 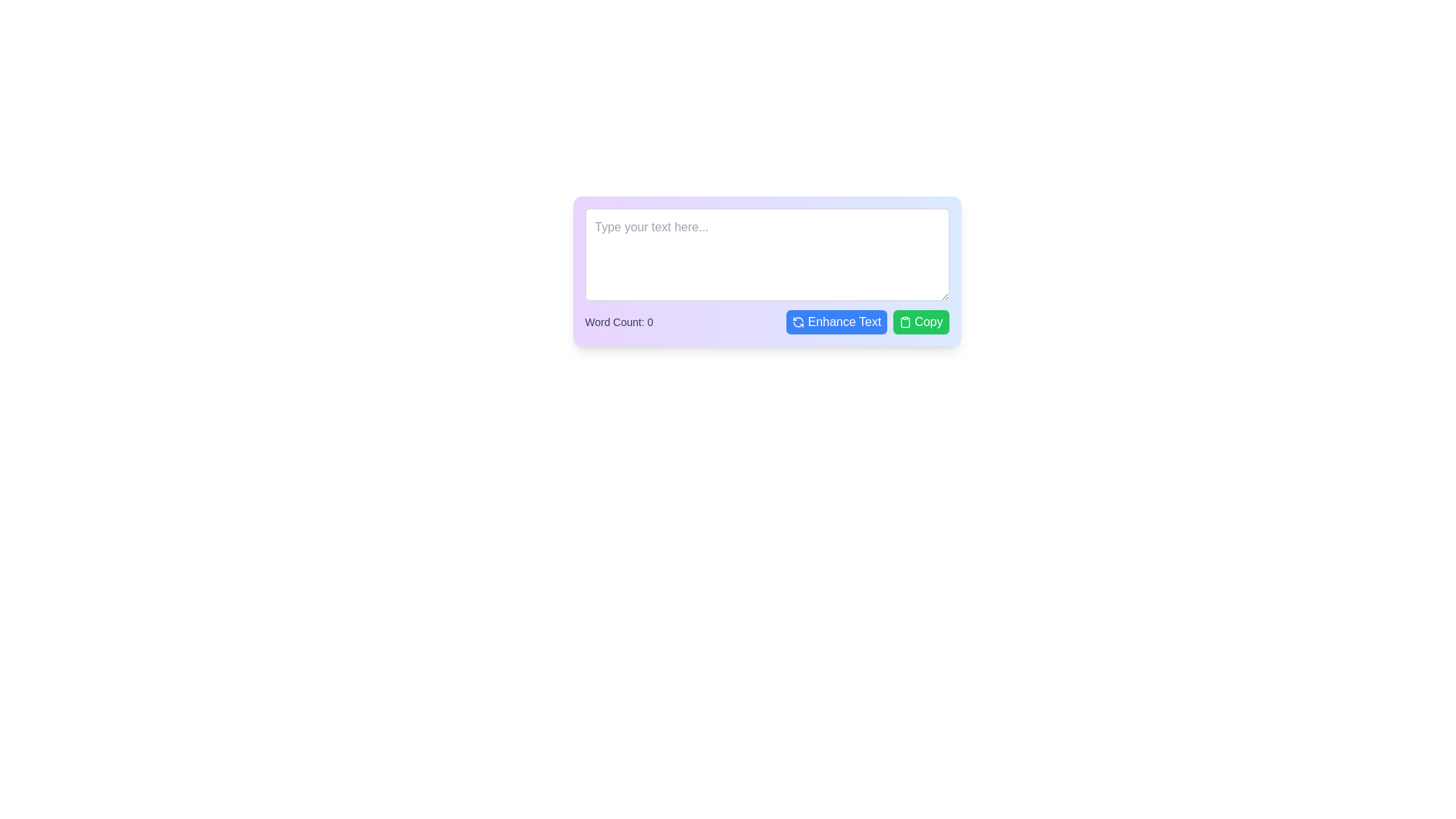 I want to click on the 'Enhance Text' button with a blue background and white text, so click(x=836, y=321).